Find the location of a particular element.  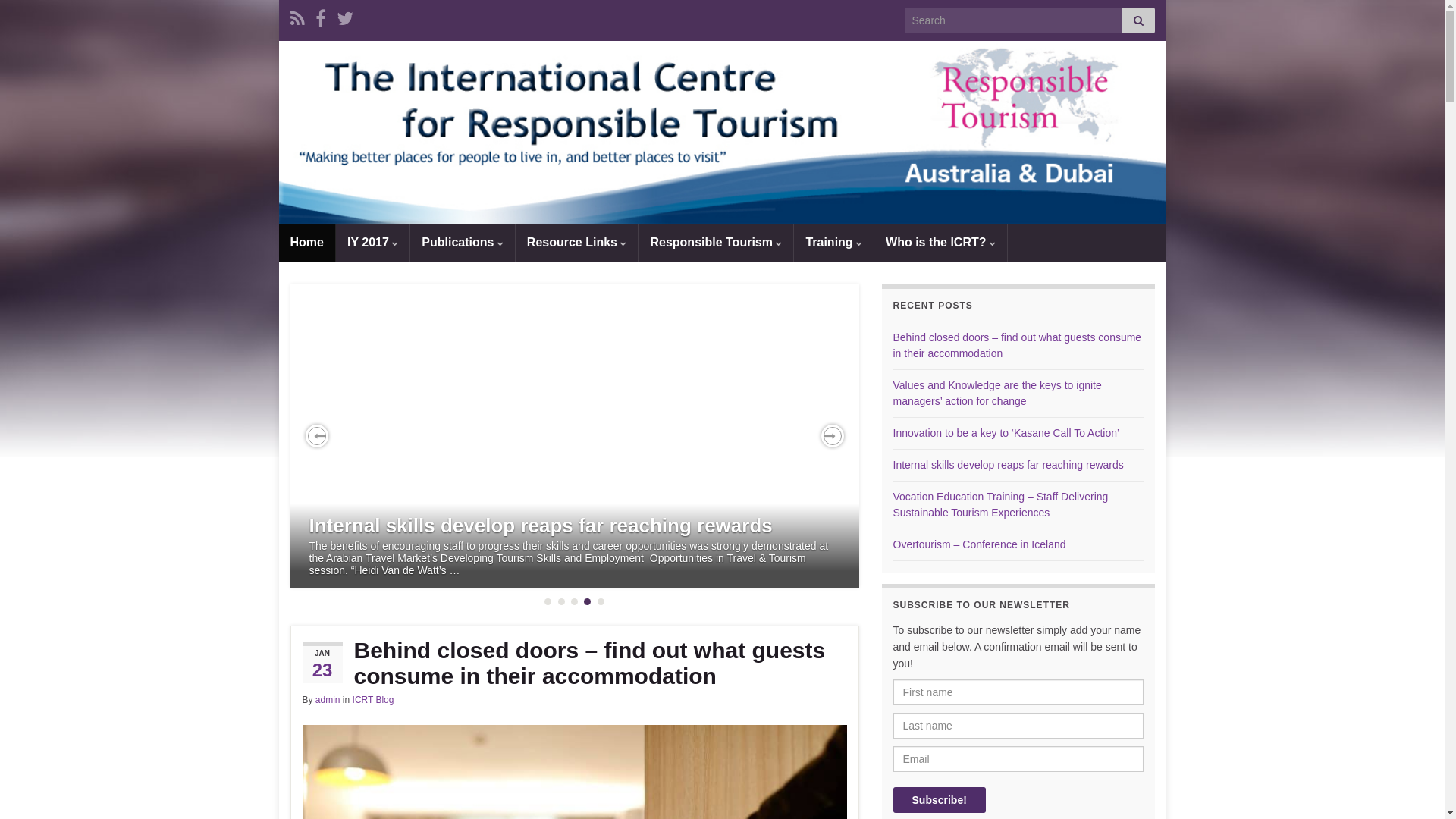

'admin' is located at coordinates (327, 699).